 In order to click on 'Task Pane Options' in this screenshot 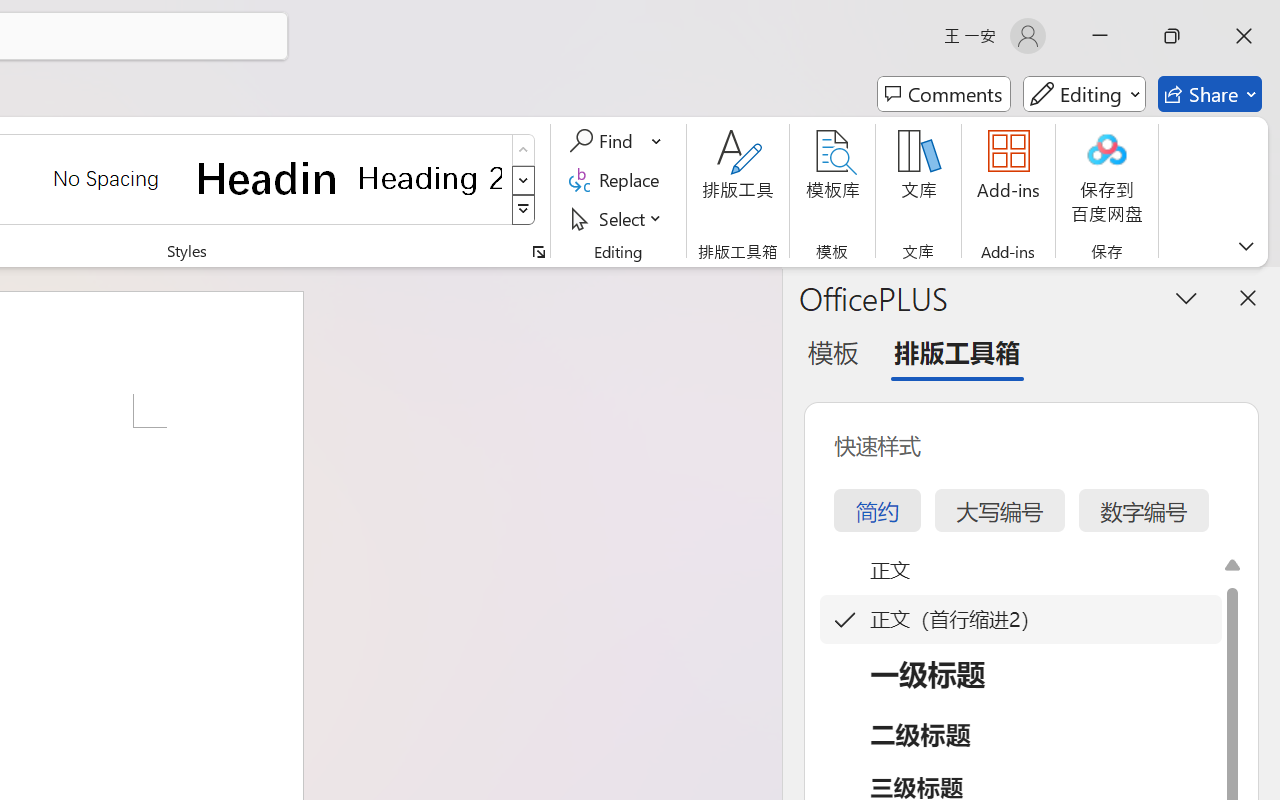, I will do `click(1187, 297)`.